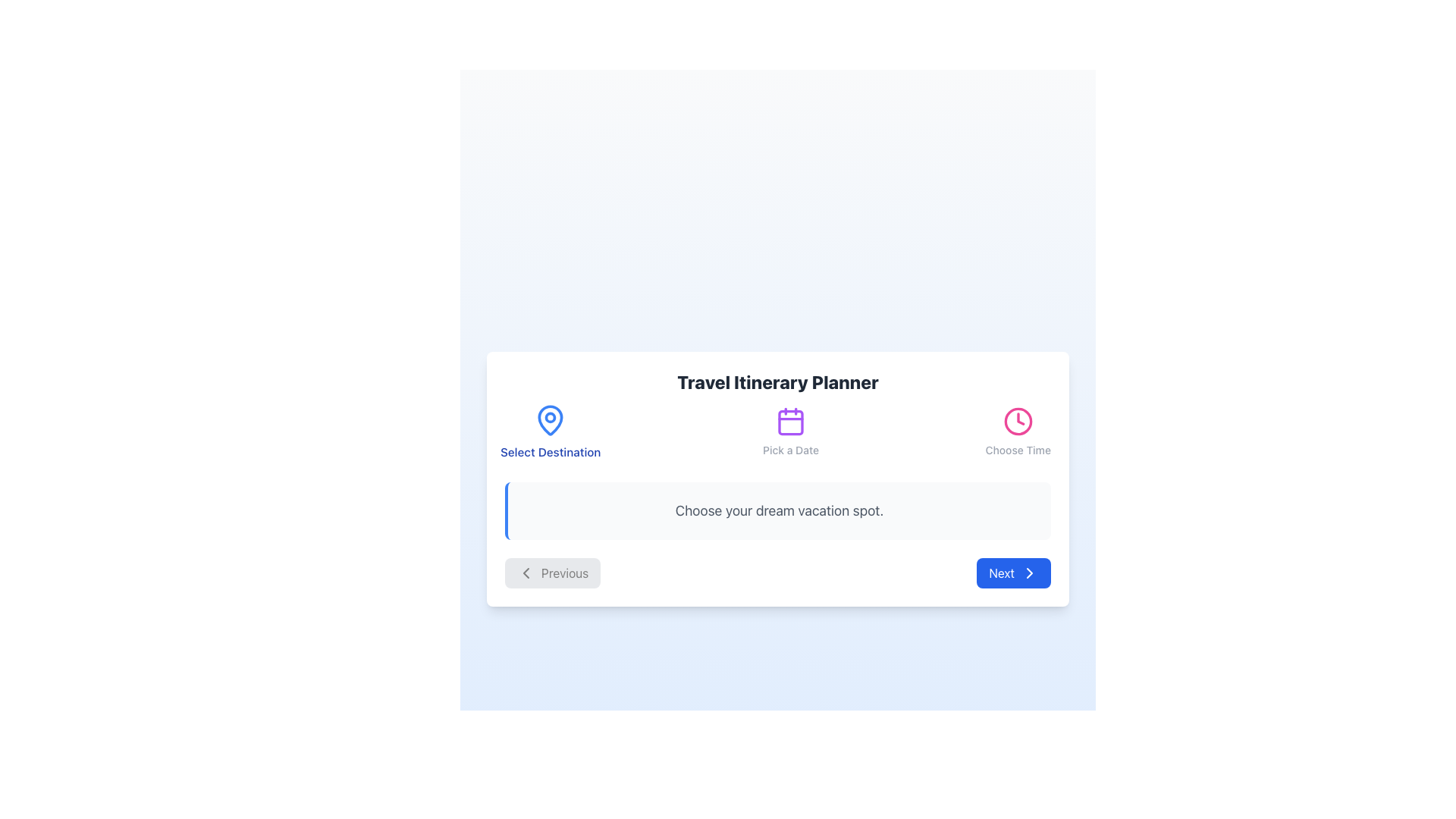 Image resolution: width=1456 pixels, height=819 pixels. I want to click on the text label reading 'Pick a Date' which is positioned directly beneath the purple calendar icon in the Travel Itinerary Planner interface, so click(790, 450).